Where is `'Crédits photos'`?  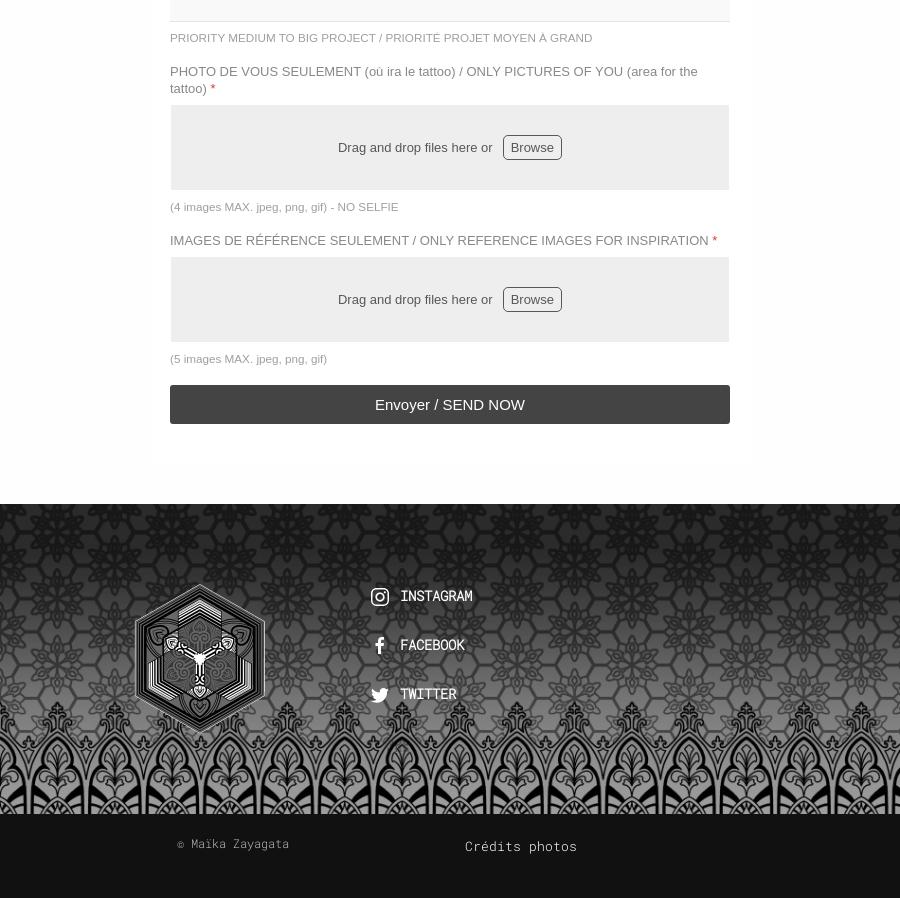
'Crédits photos' is located at coordinates (520, 845).